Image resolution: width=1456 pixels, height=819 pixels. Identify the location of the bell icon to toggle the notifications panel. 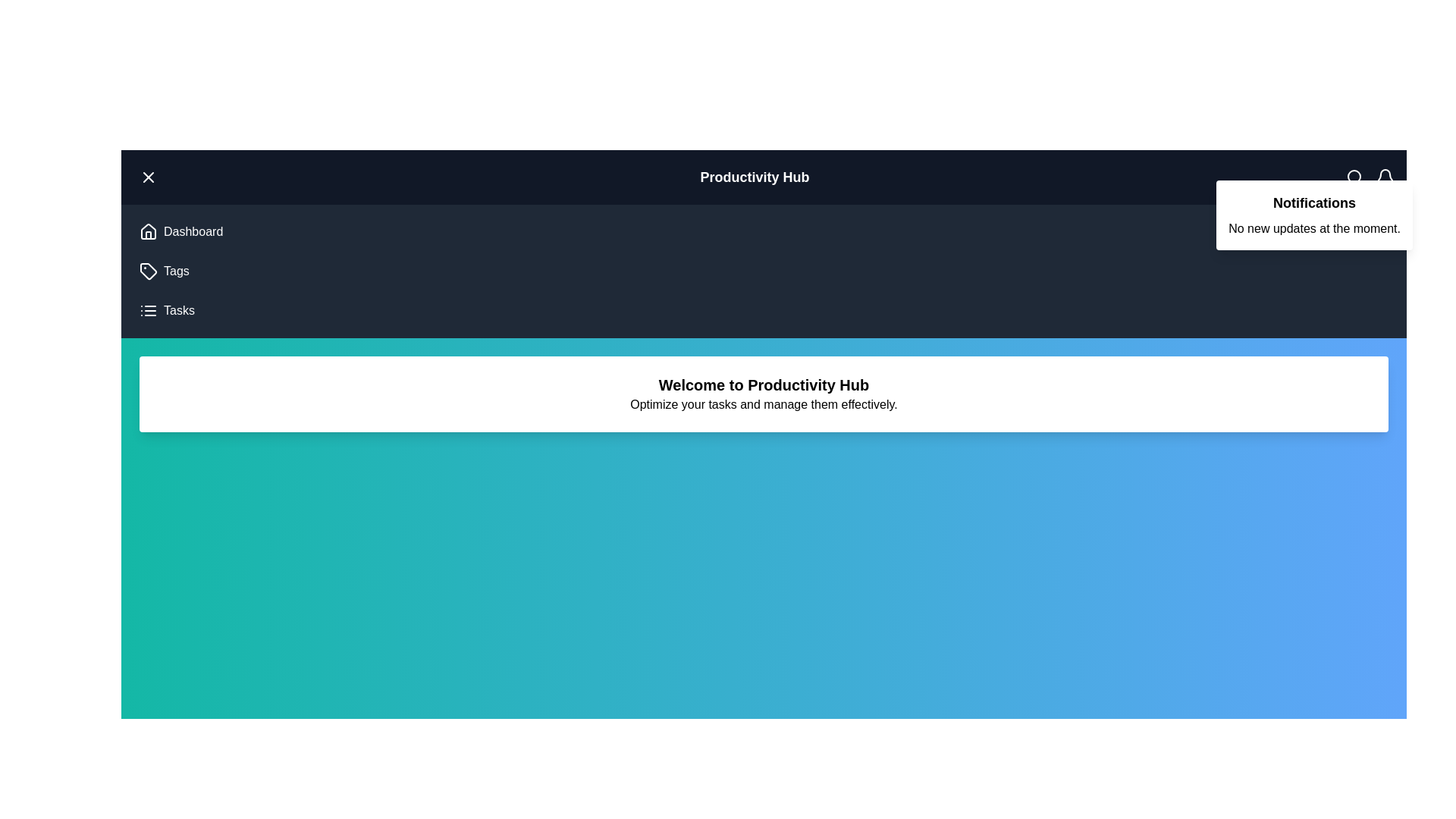
(1384, 177).